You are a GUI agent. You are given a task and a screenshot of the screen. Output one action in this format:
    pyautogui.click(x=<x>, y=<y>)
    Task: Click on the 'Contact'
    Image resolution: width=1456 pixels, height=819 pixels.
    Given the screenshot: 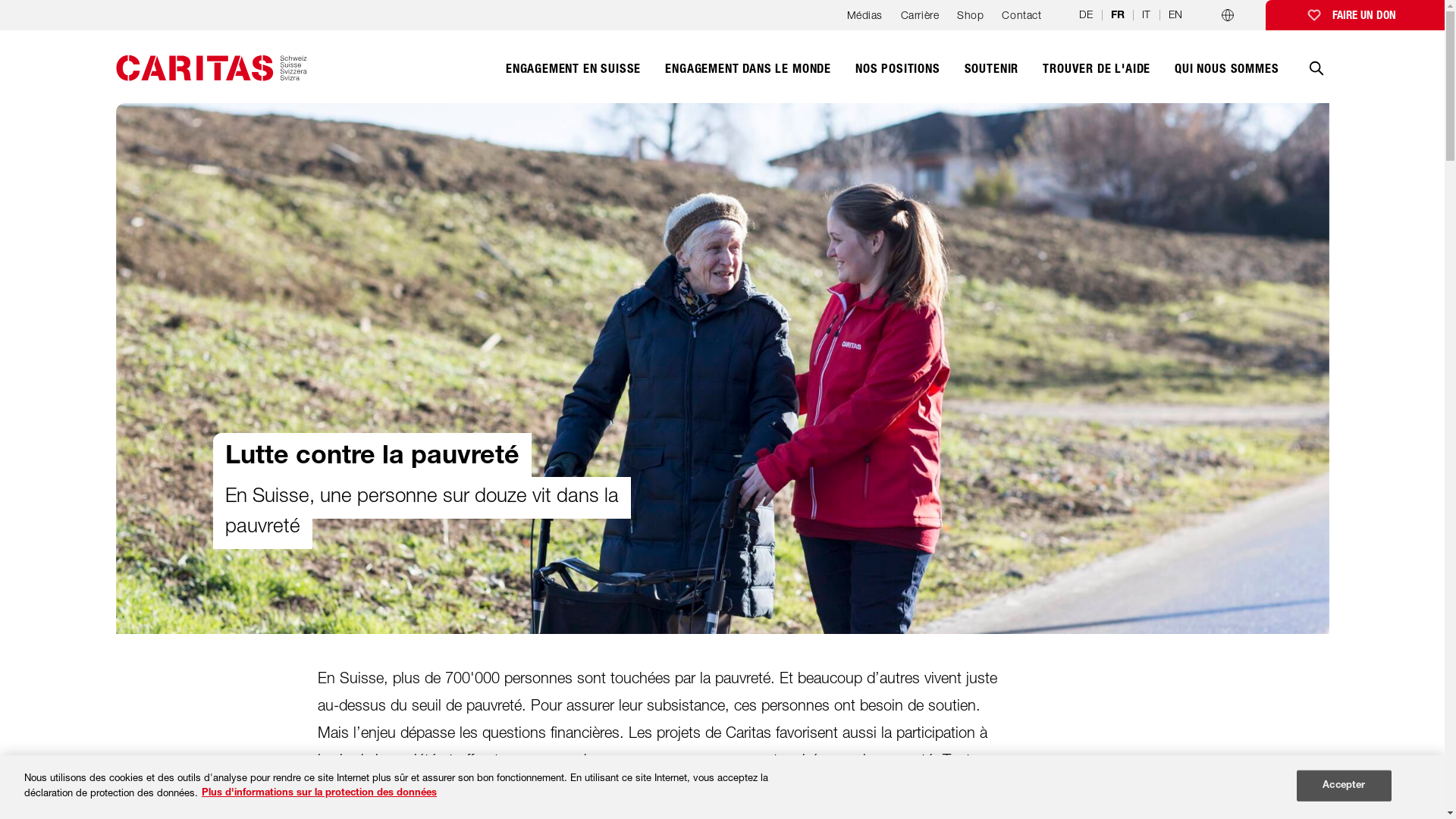 What is the action you would take?
    pyautogui.click(x=1001, y=20)
    